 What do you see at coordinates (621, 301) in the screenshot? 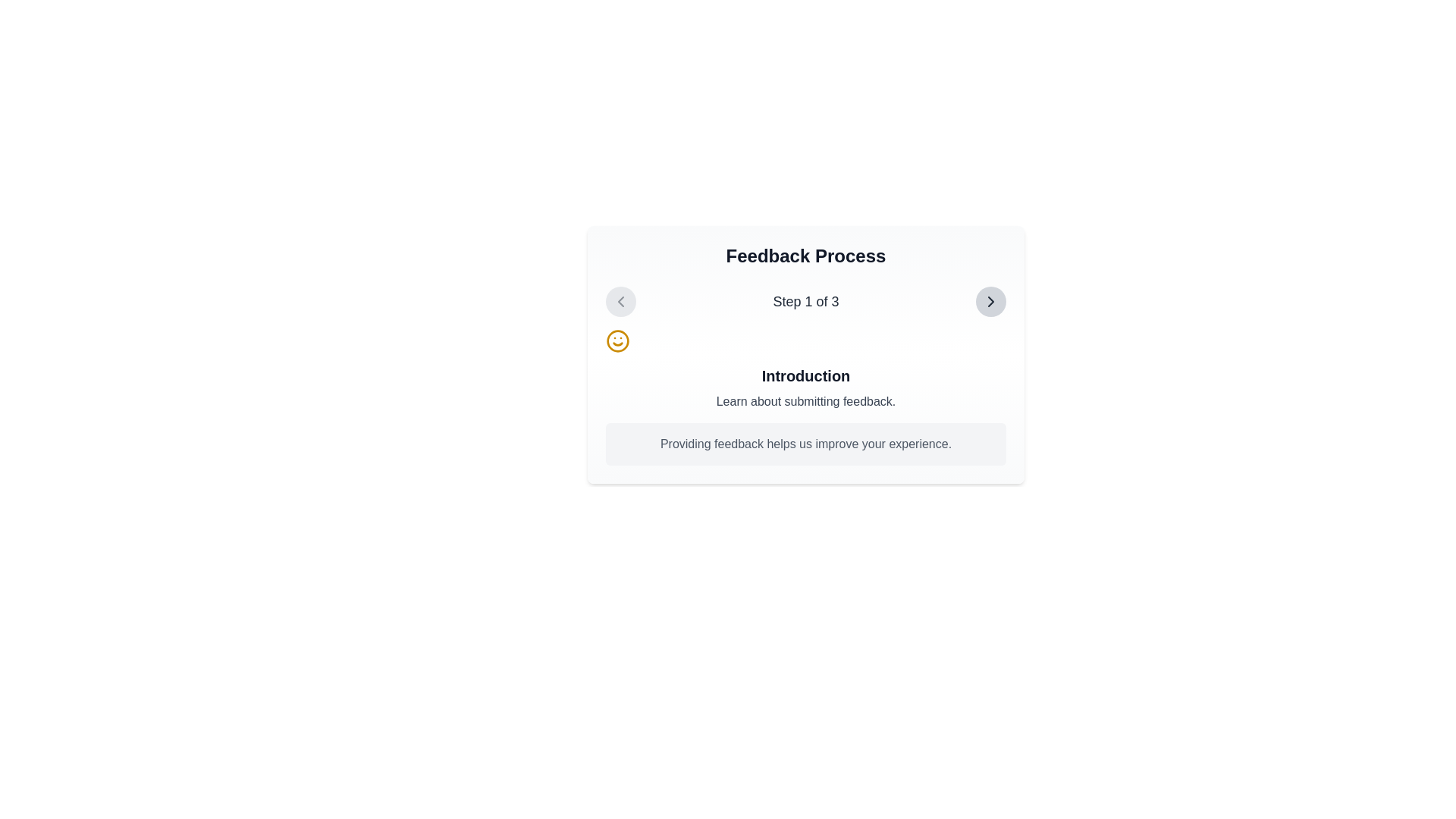
I see `the left navigation icon, which is a triangular arrow pointing left` at bounding box center [621, 301].